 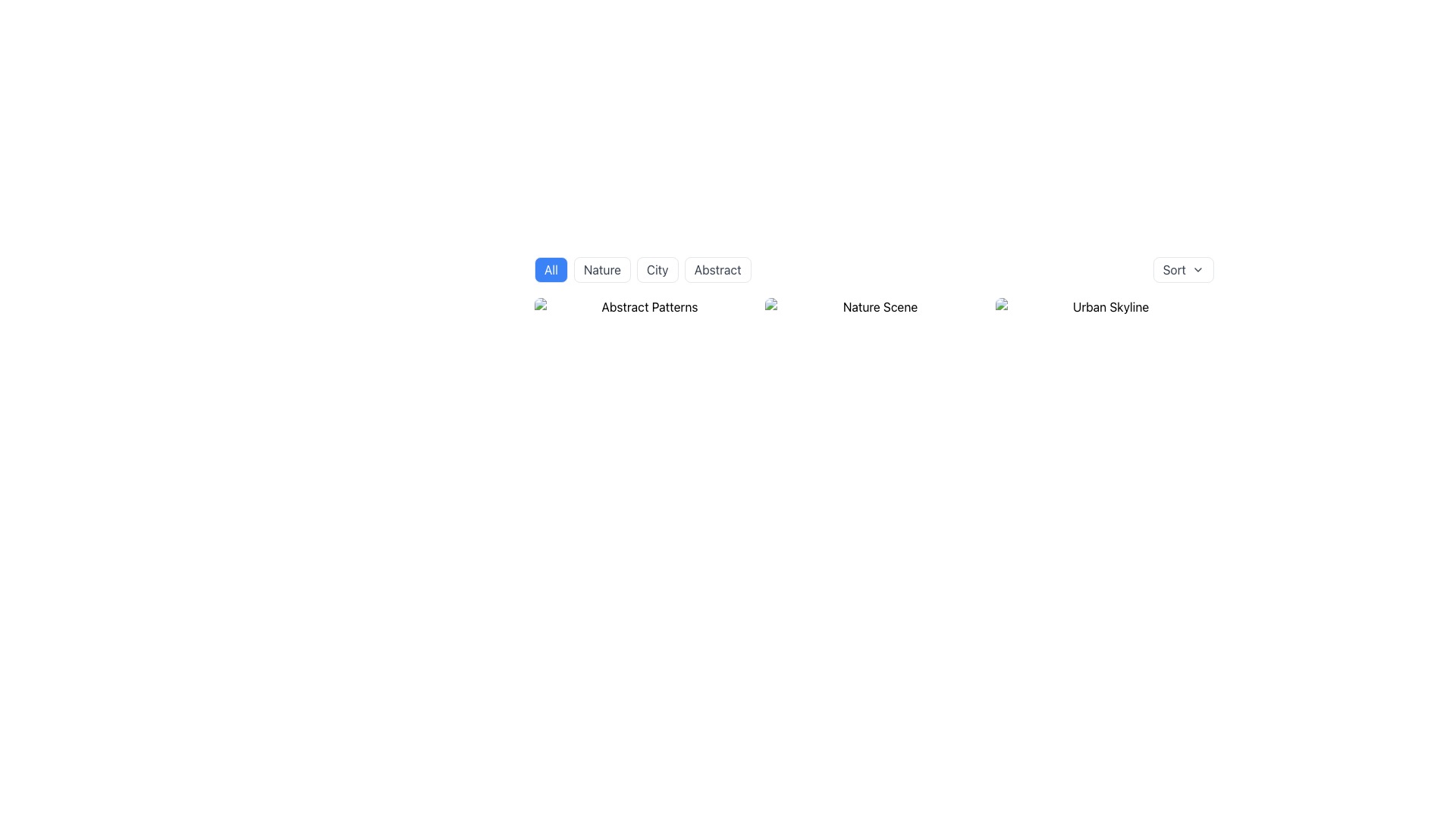 What do you see at coordinates (874, 307) in the screenshot?
I see `the Thumbnail item labeled 'Nature Scene', which is the second item in a horizontal grid arrangement, positioned between 'Abstract Patterns' and 'Urban Skyline'` at bounding box center [874, 307].